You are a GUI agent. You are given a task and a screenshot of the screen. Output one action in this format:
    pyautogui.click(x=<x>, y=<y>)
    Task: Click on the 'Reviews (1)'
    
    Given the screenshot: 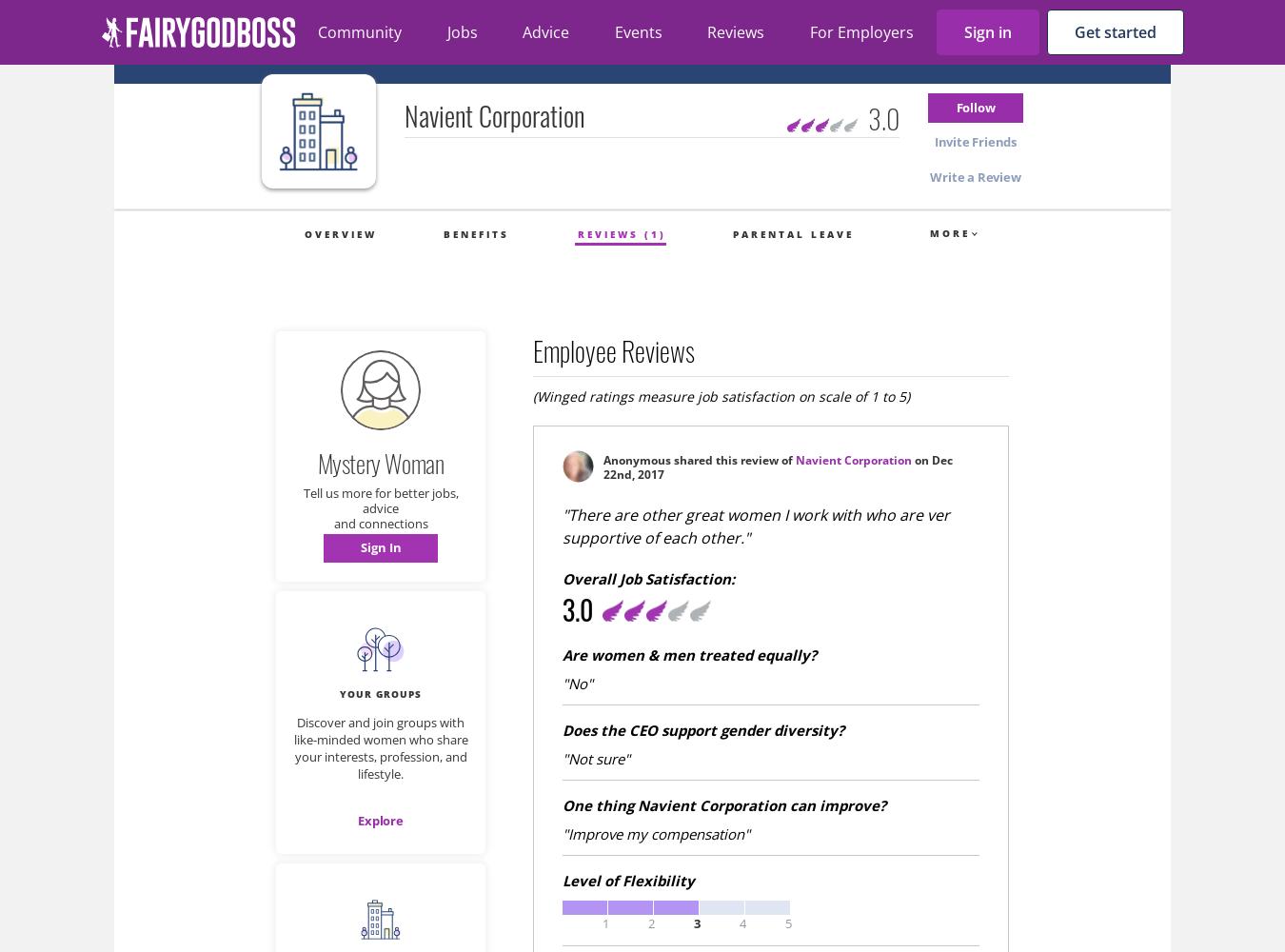 What is the action you would take?
    pyautogui.click(x=622, y=233)
    